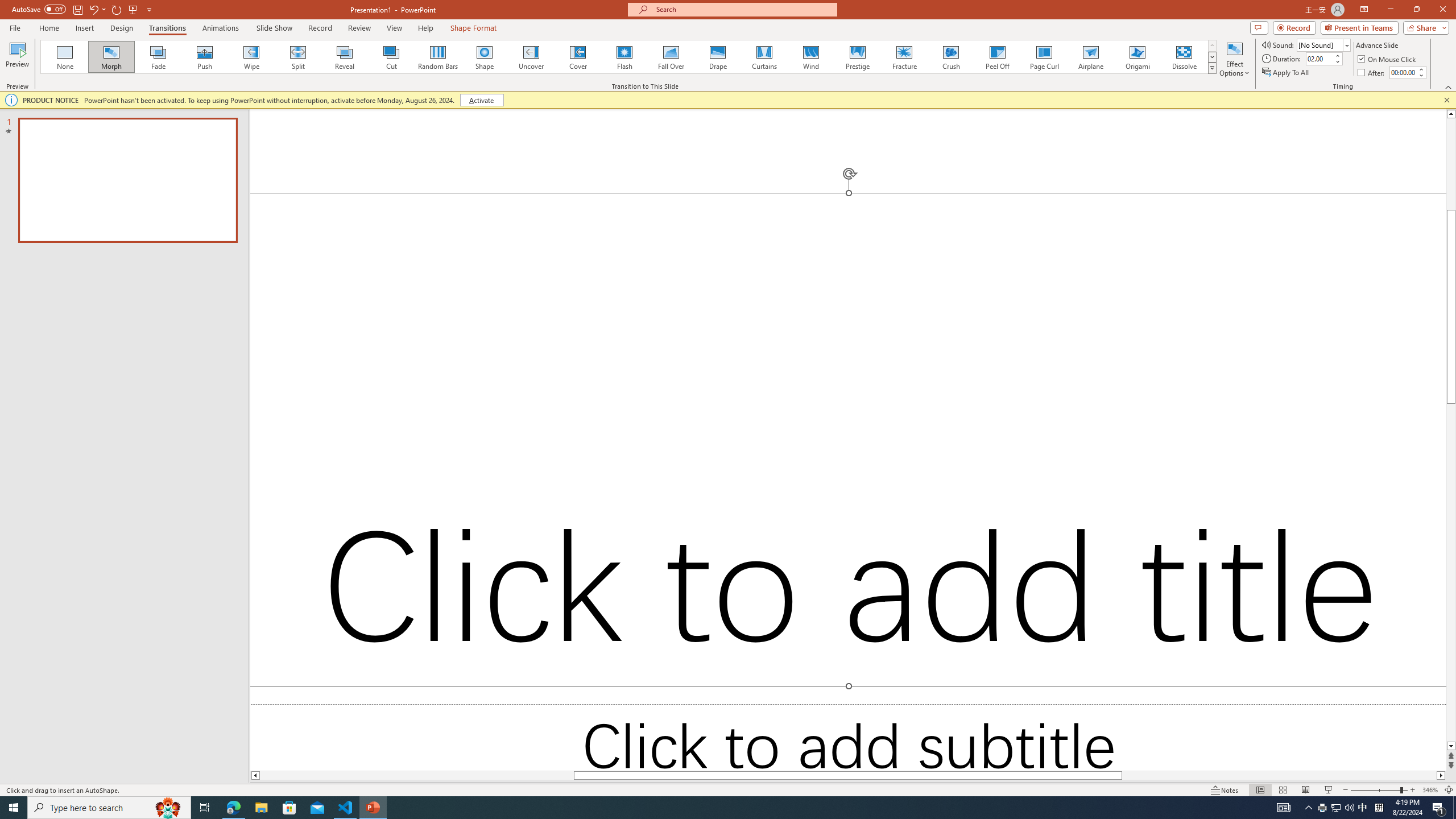  I want to click on 'Wind', so click(810, 56).